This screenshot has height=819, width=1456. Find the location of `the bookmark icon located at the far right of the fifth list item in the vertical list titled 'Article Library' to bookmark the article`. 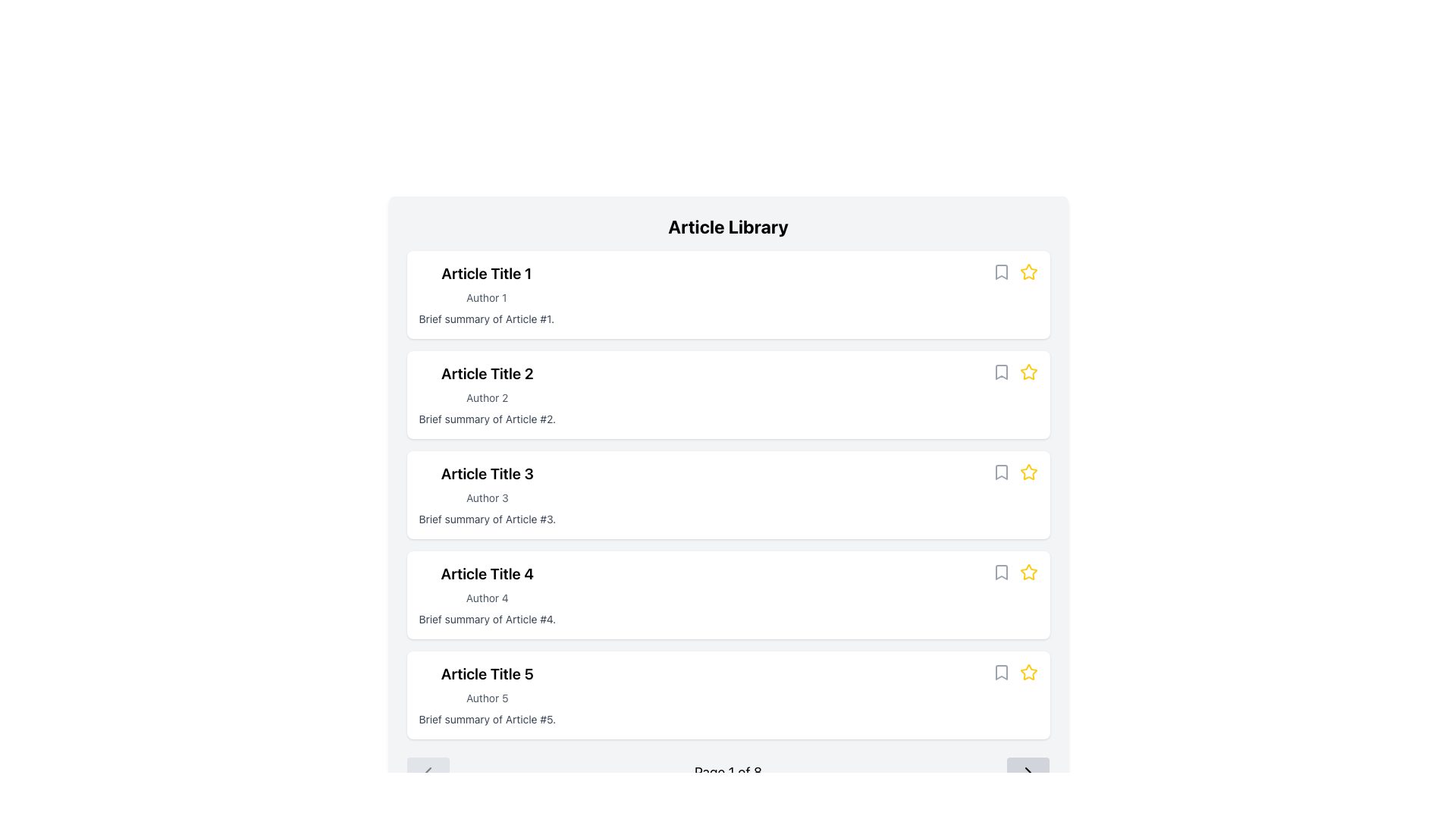

the bookmark icon located at the far right of the fifth list item in the vertical list titled 'Article Library' to bookmark the article is located at coordinates (1001, 672).